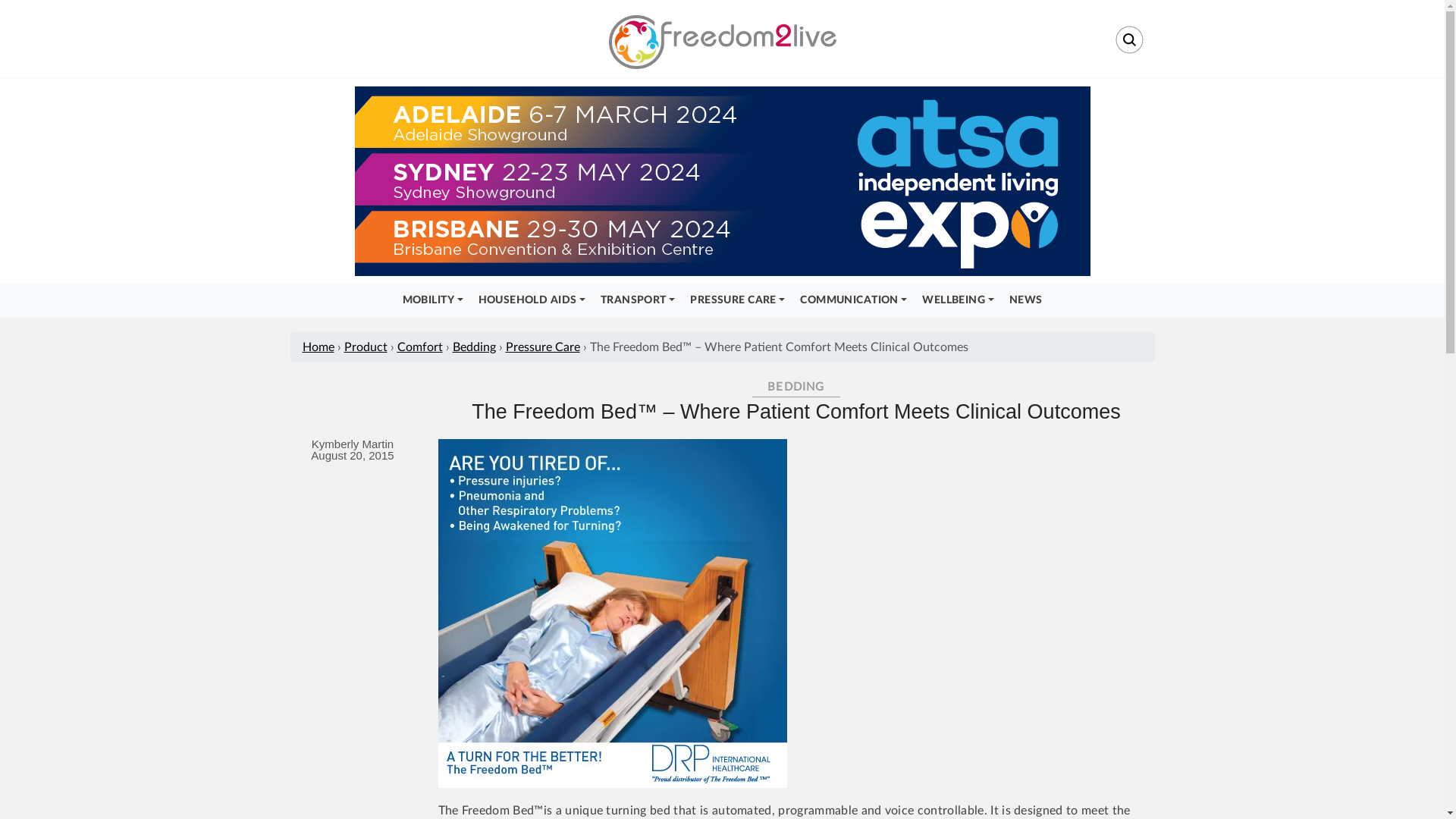 This screenshot has width=1456, height=819. What do you see at coordinates (302, 347) in the screenshot?
I see `'Home'` at bounding box center [302, 347].